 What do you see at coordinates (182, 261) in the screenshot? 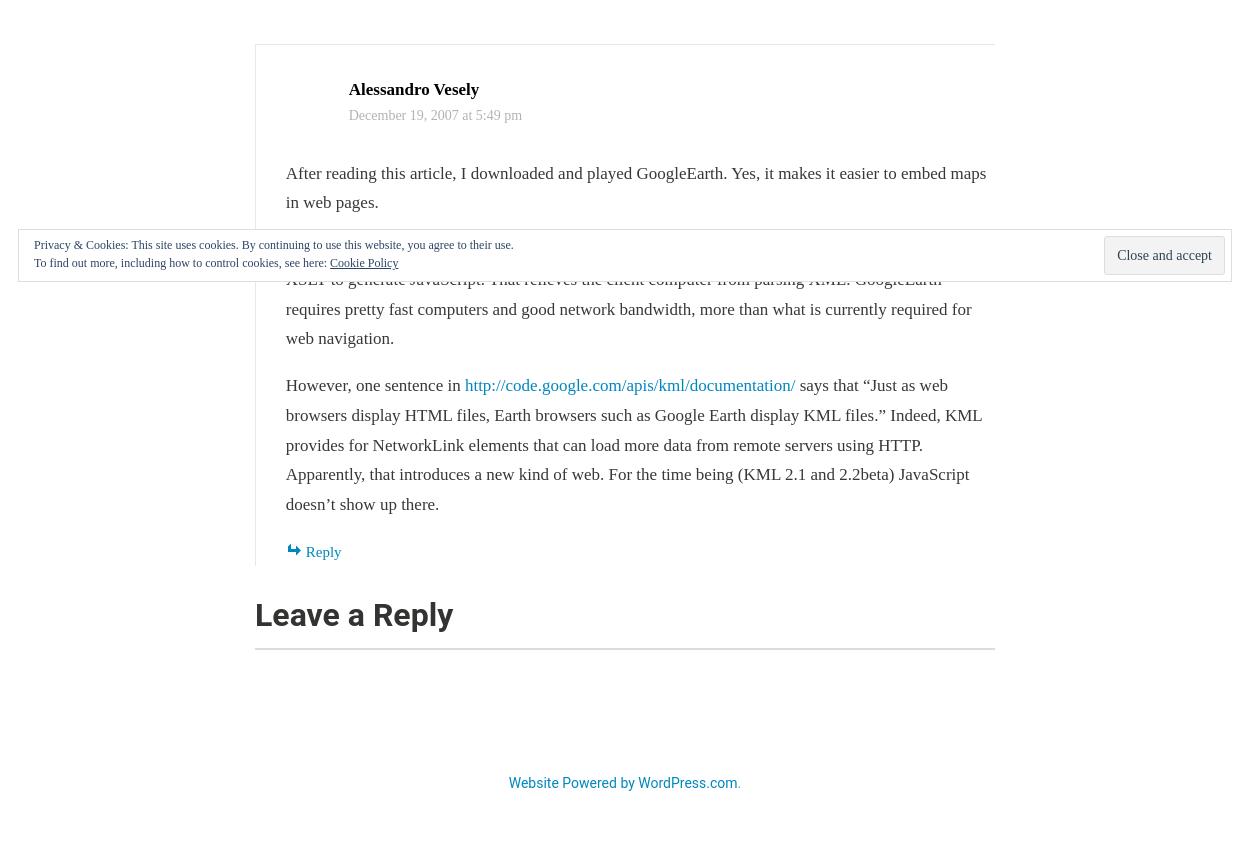
I see `'To find out more, including how to control cookies, see here:'` at bounding box center [182, 261].